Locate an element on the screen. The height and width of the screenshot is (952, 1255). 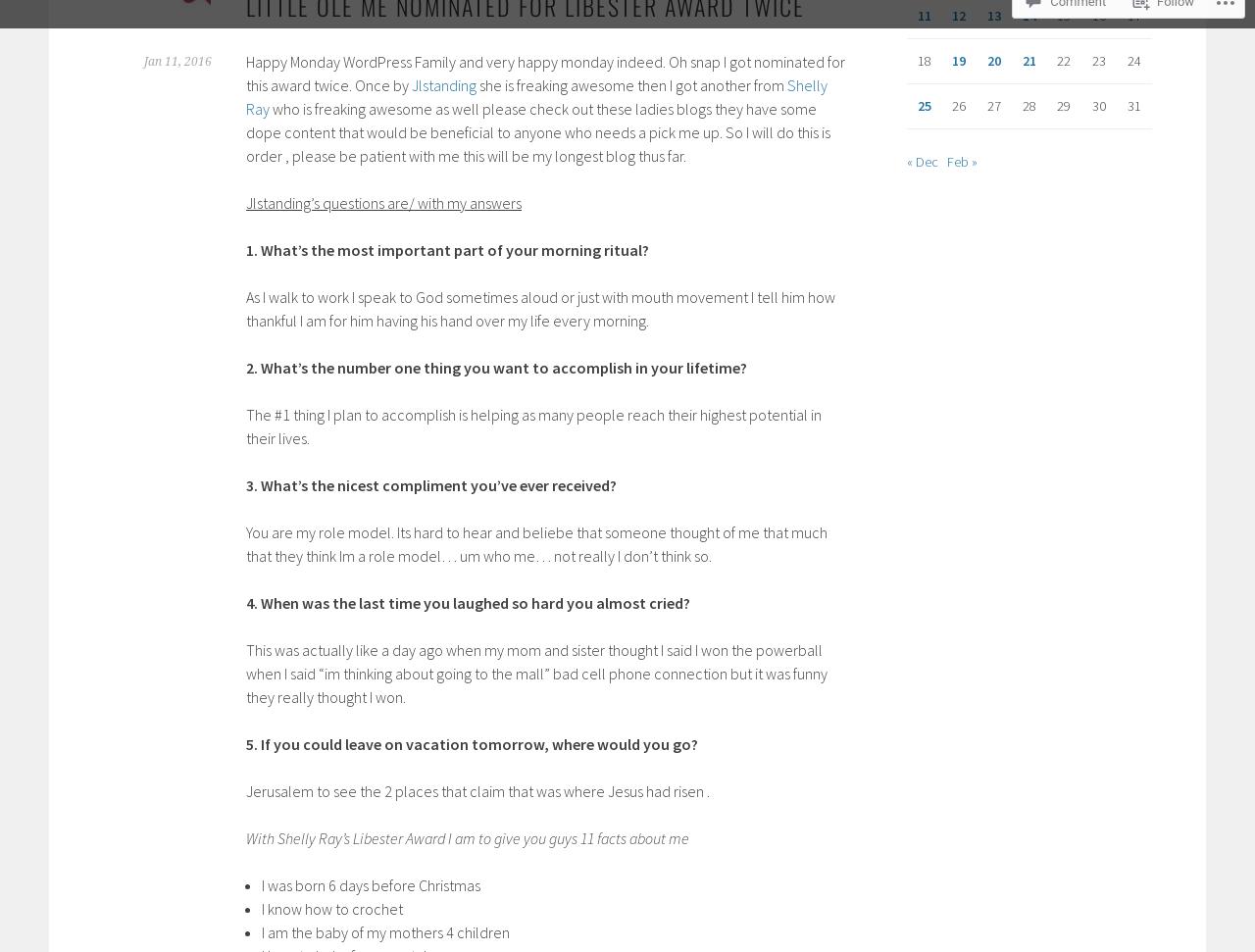
'The #1 thing I plan to accomplish is helping as many people reach their highest potential in their lives.' is located at coordinates (533, 426).